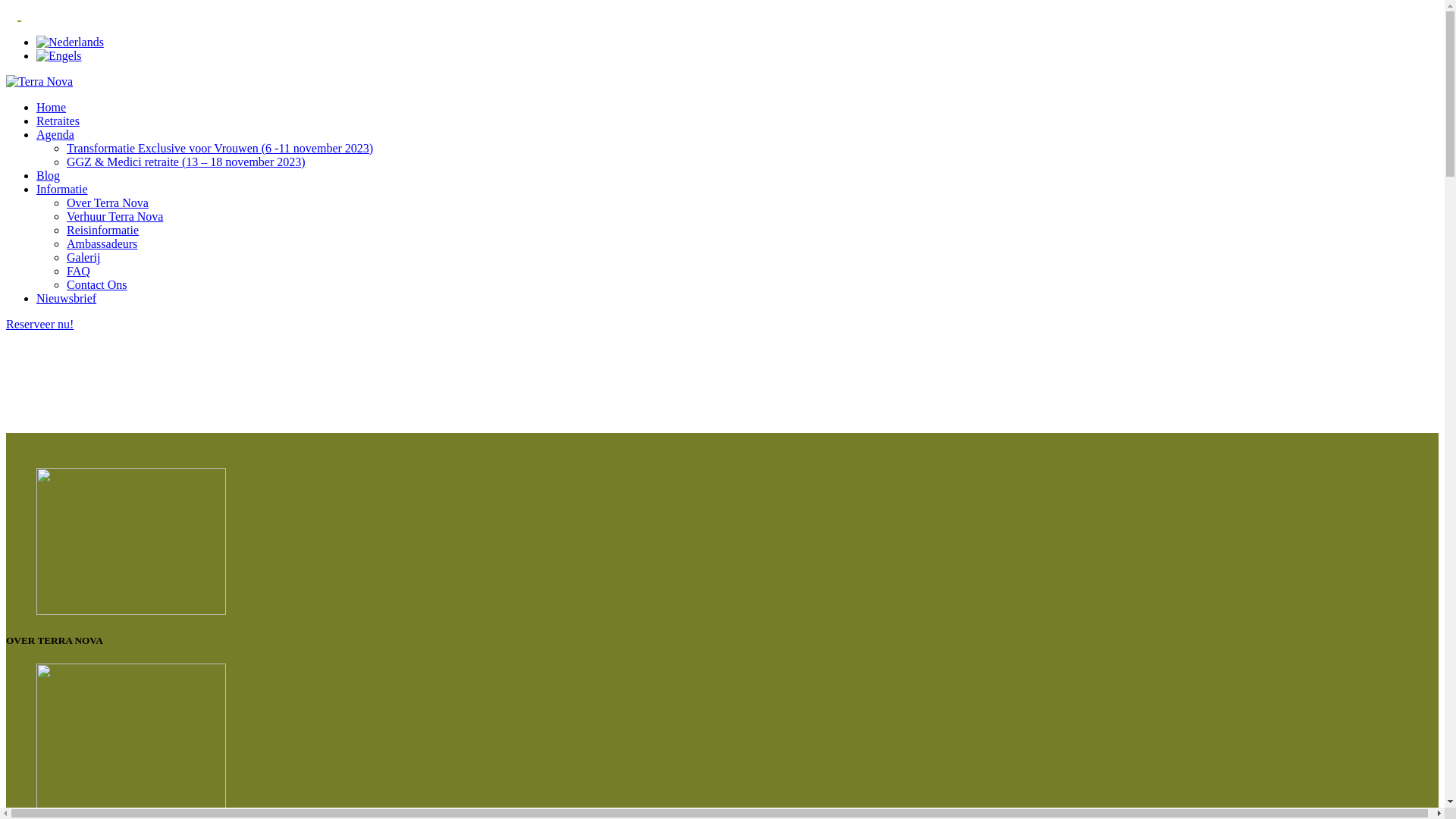 The width and height of the screenshot is (1456, 819). Describe the element at coordinates (77, 270) in the screenshot. I see `'FAQ'` at that location.